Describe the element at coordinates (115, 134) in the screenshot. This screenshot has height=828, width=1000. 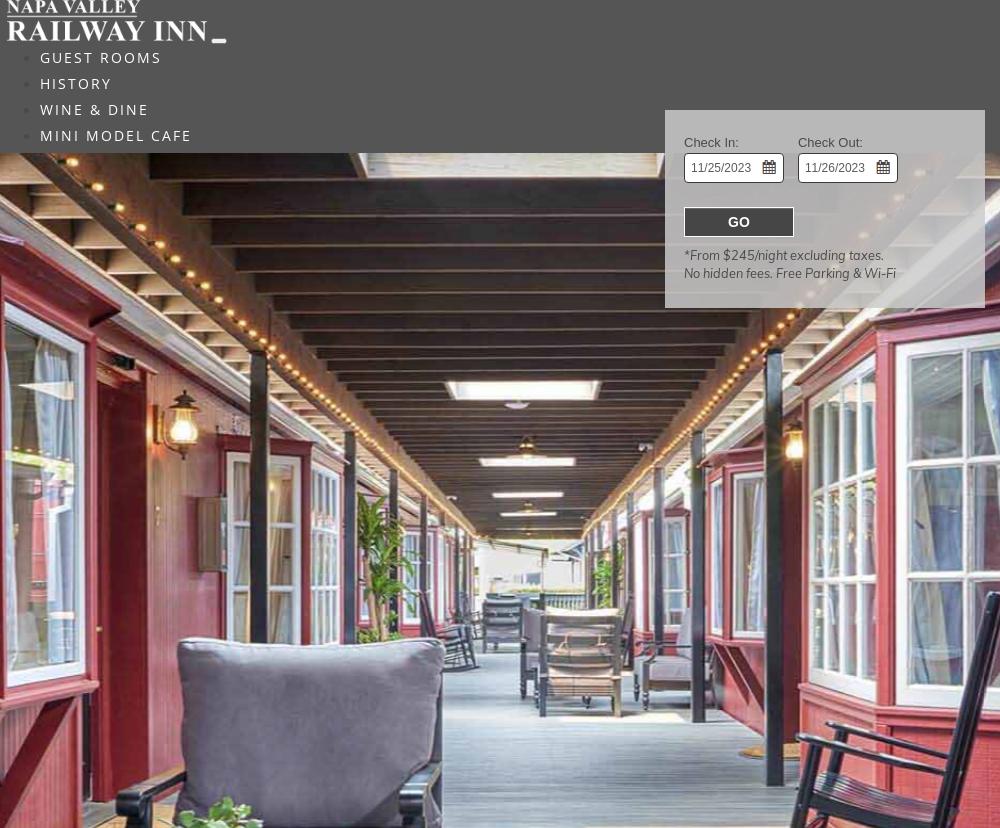
I see `'MINI MODEL CAFE'` at that location.